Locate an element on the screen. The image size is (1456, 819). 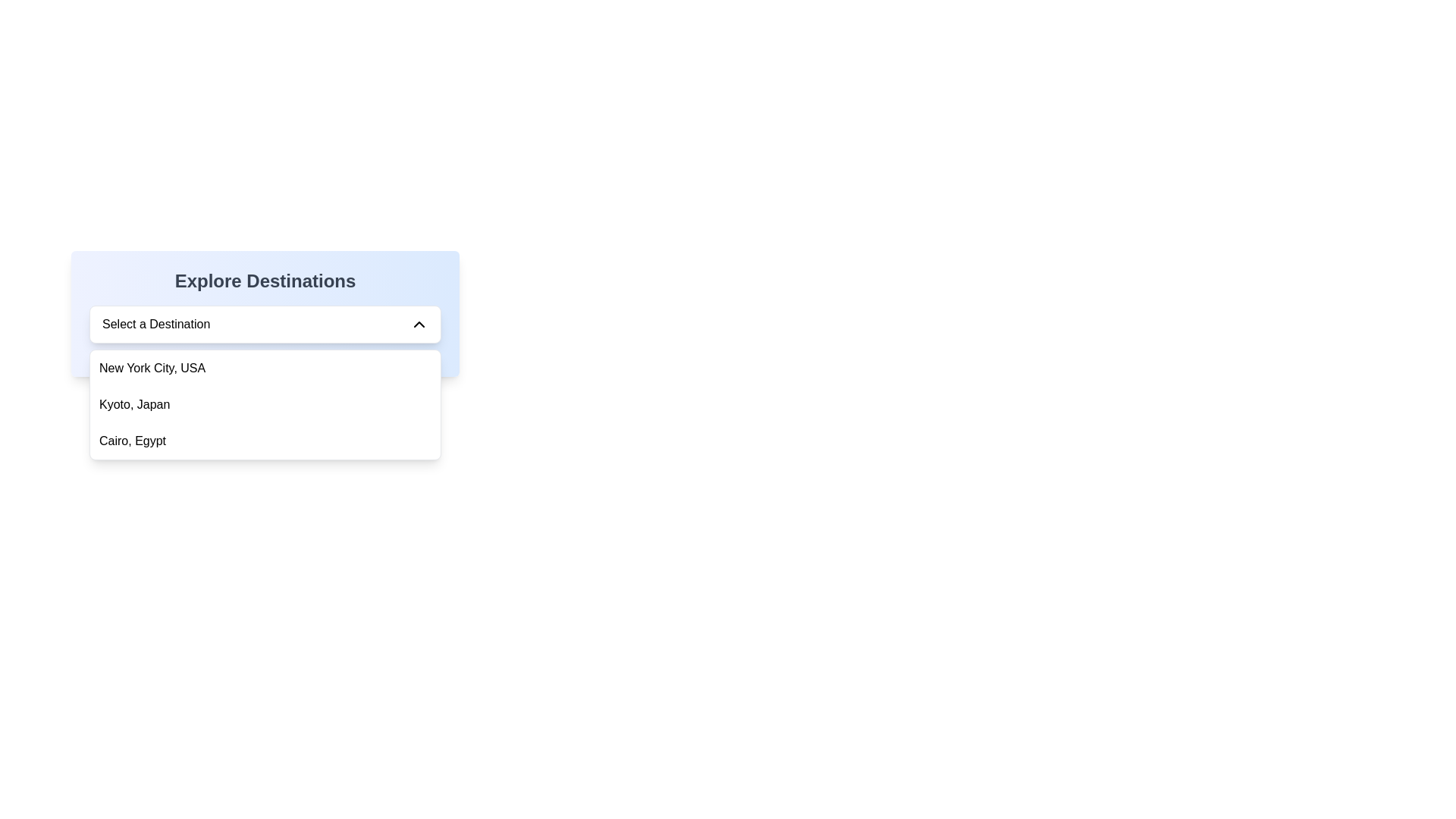
the dropdown menu item displaying 'Kyoto, Japan' is located at coordinates (265, 403).